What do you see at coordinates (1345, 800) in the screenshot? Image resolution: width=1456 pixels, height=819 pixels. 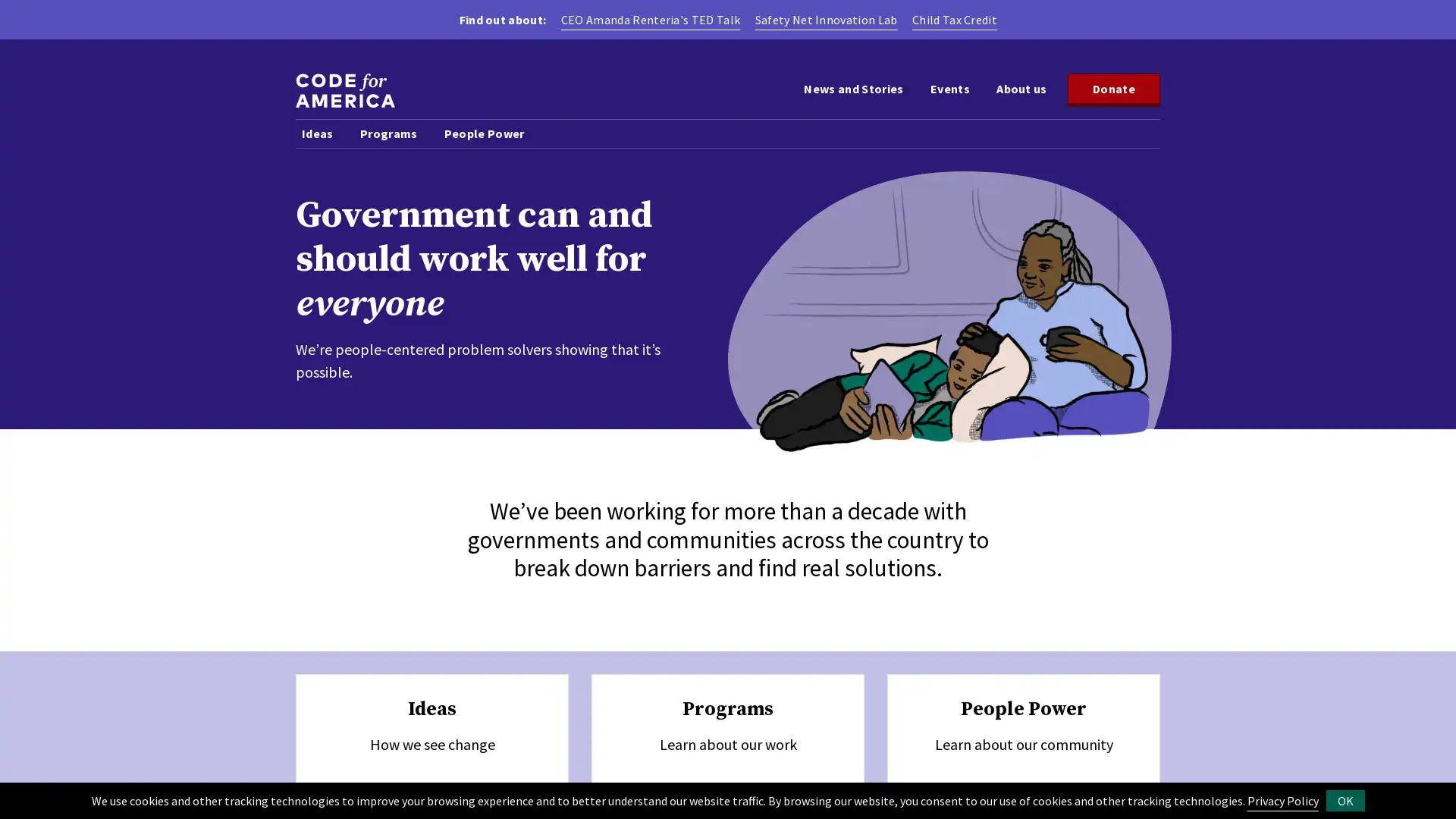 I see `OK` at bounding box center [1345, 800].